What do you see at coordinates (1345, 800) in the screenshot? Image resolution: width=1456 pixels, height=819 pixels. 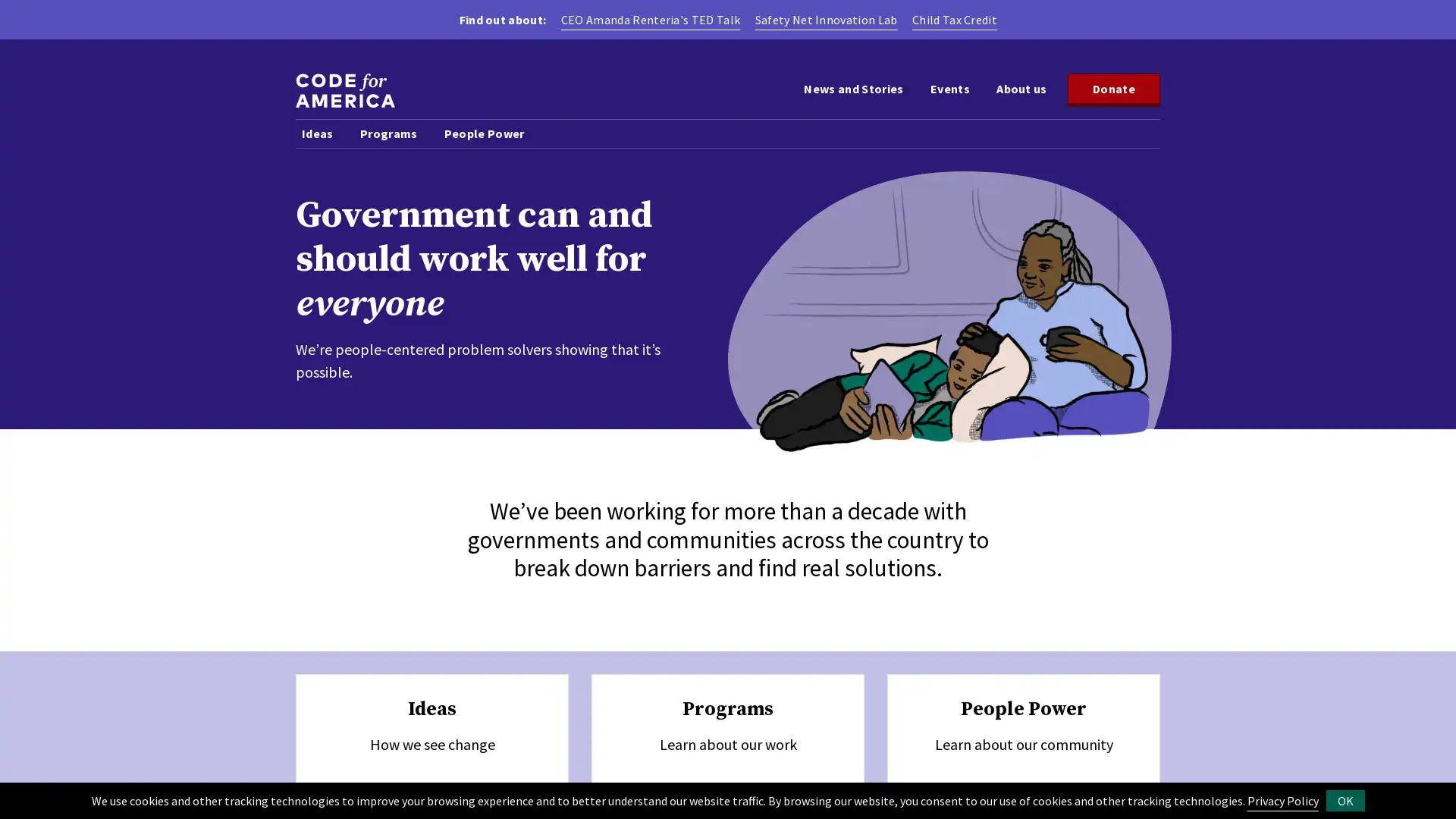 I see `OK` at bounding box center [1345, 800].